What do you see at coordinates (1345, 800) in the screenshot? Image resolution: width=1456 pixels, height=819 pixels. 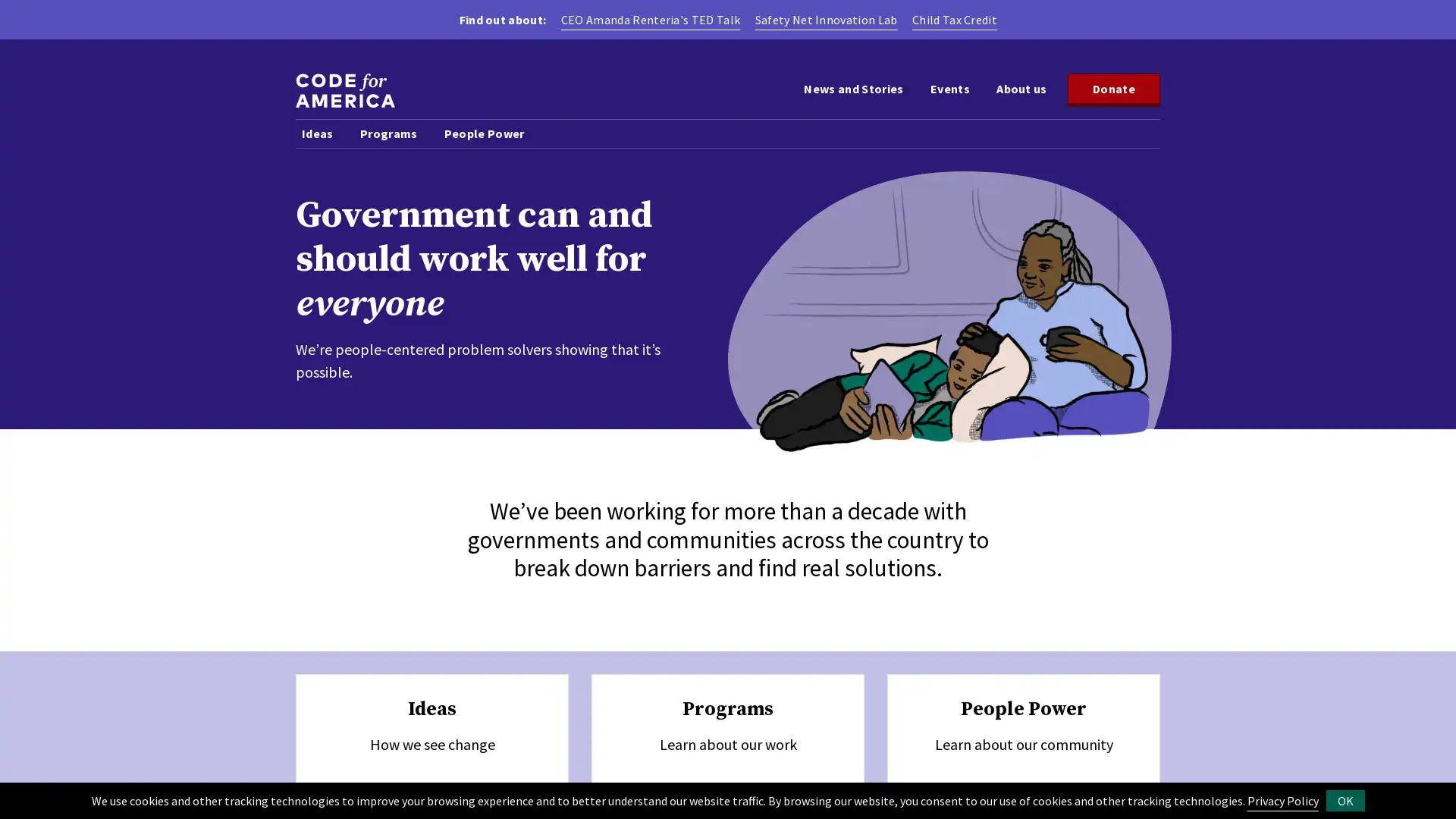 I see `OK` at bounding box center [1345, 800].